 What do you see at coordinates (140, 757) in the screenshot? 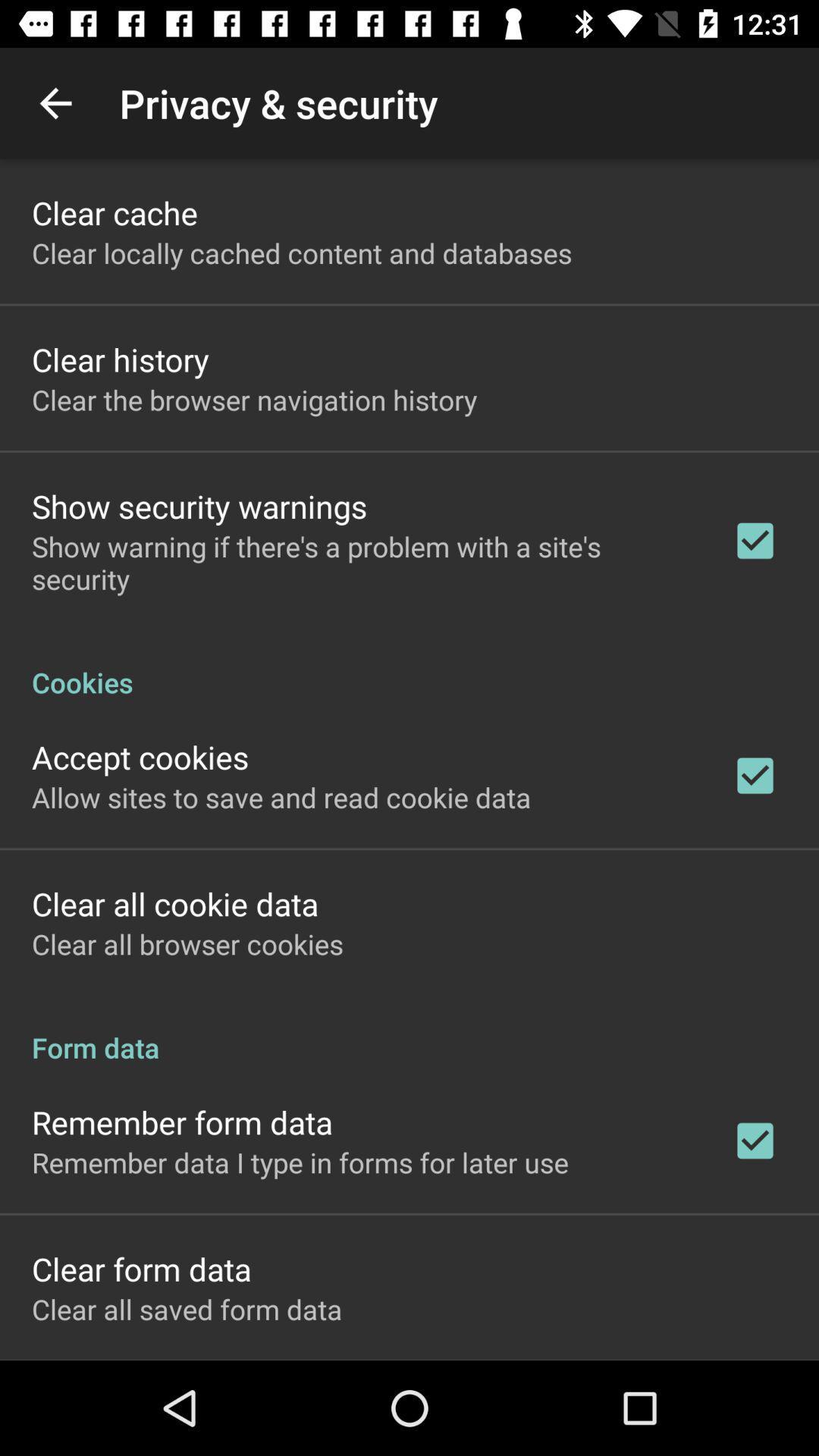
I see `accept cookies` at bounding box center [140, 757].